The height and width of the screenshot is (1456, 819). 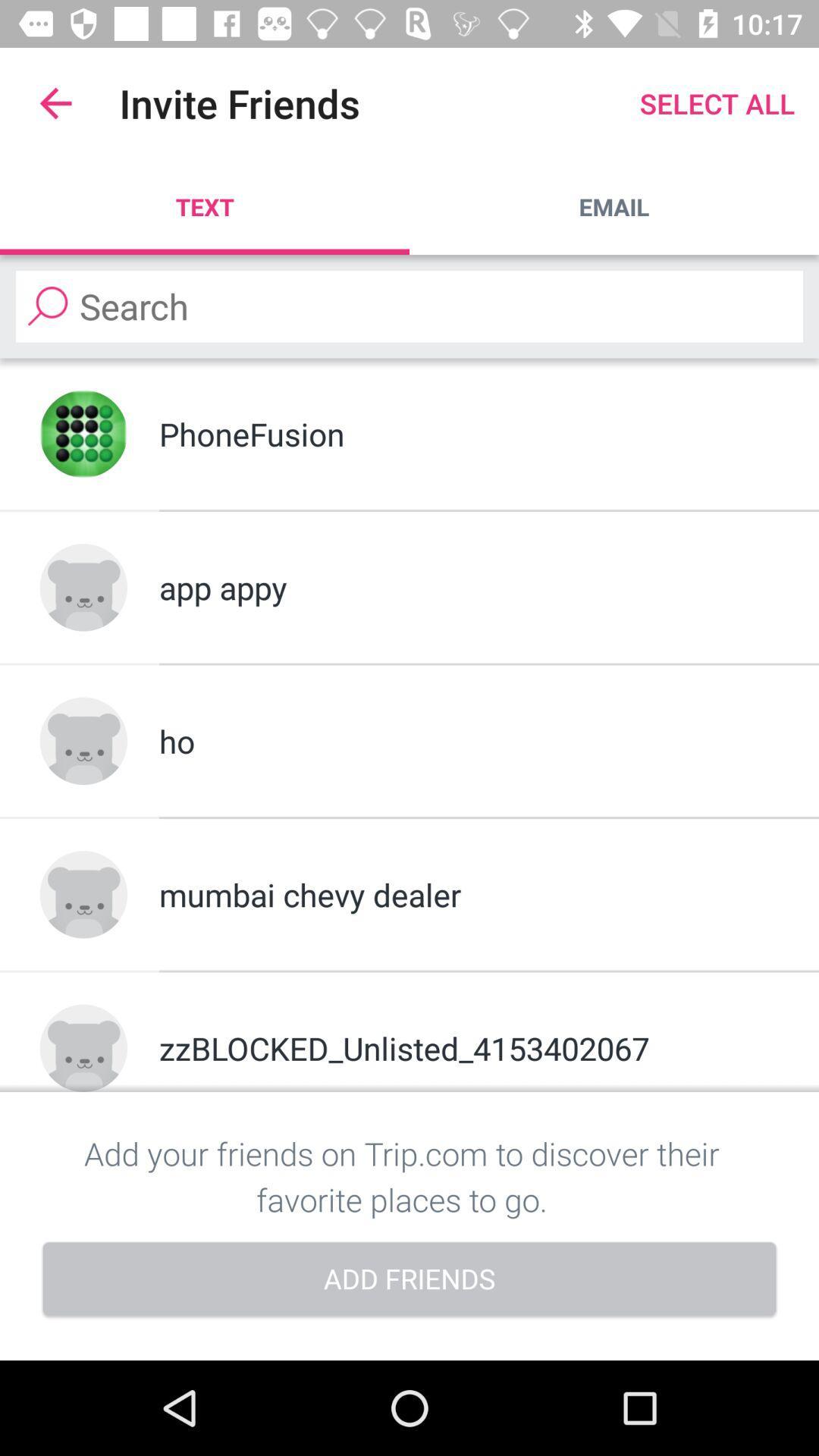 What do you see at coordinates (468, 433) in the screenshot?
I see `the phonefusion` at bounding box center [468, 433].